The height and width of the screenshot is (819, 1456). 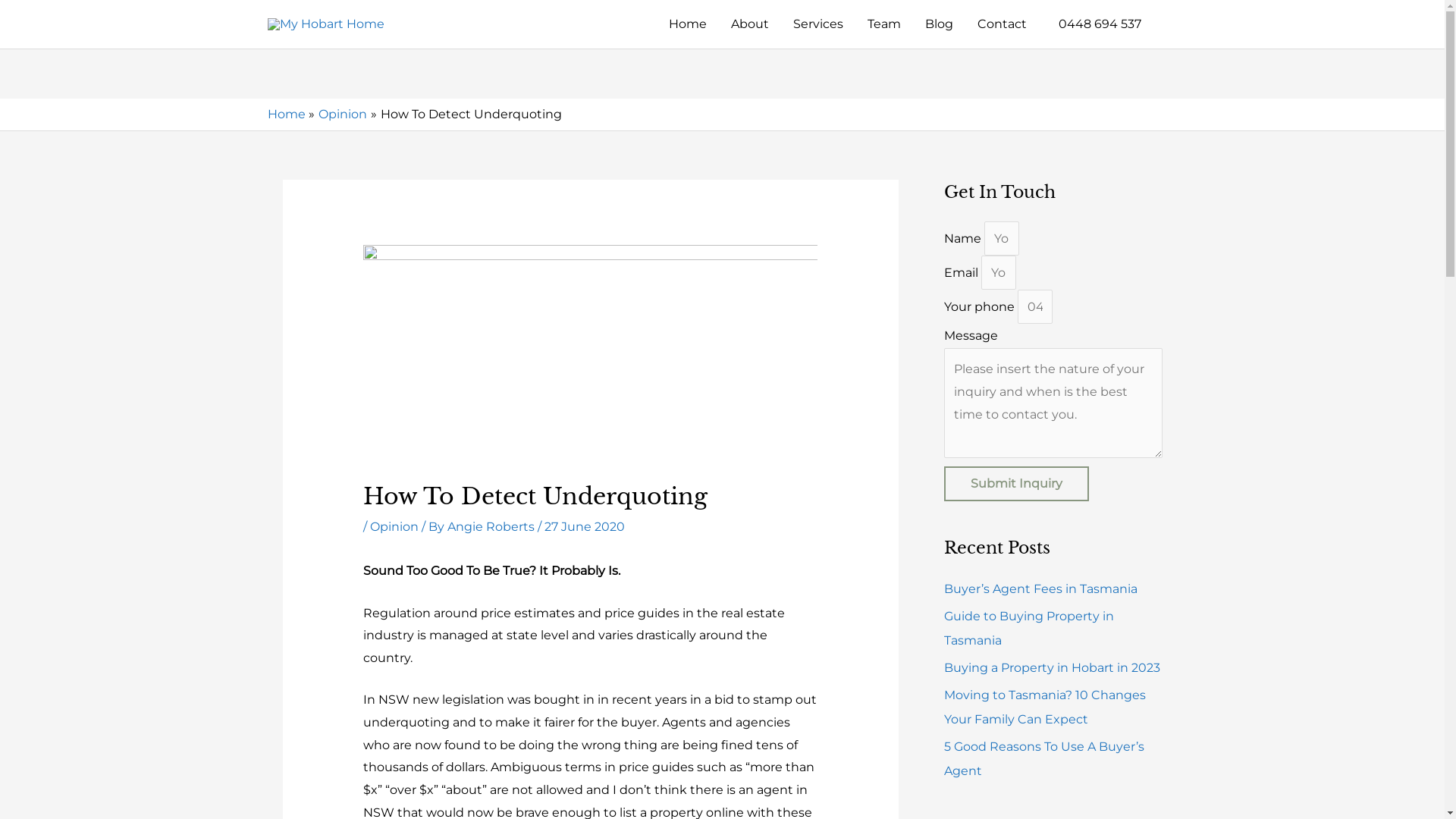 I want to click on 'Opinion', so click(x=394, y=526).